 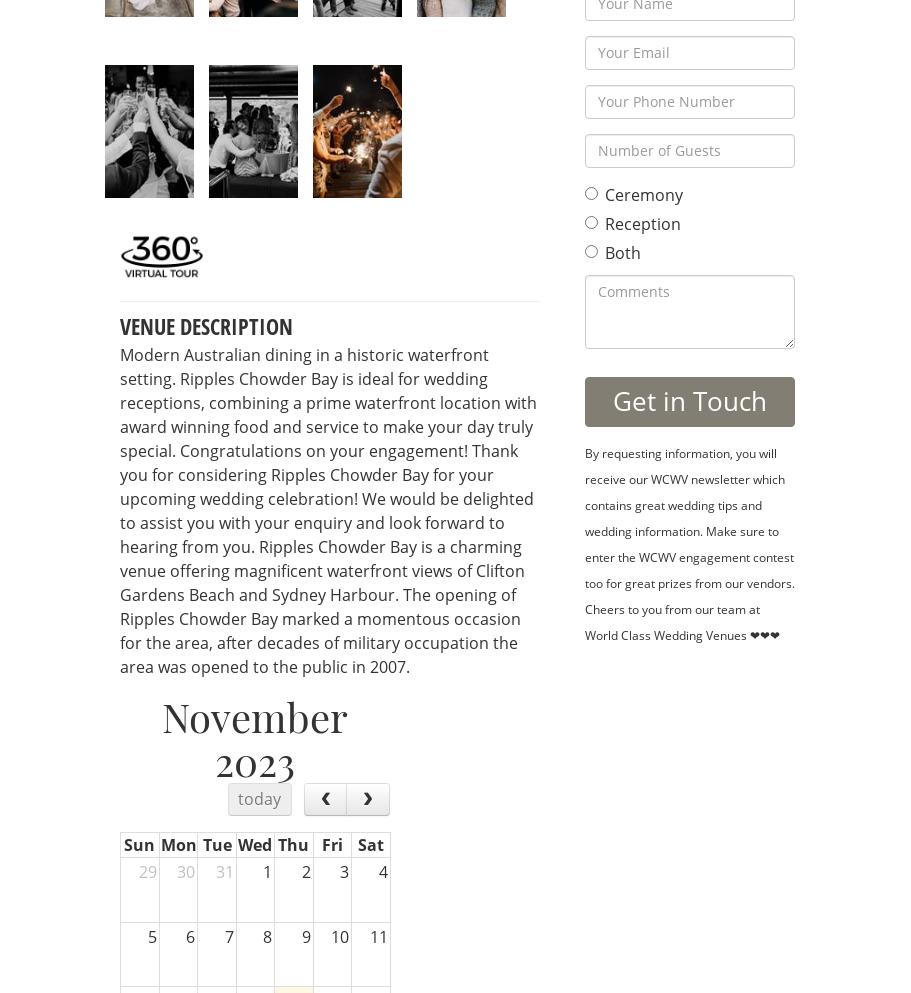 What do you see at coordinates (266, 870) in the screenshot?
I see `'1'` at bounding box center [266, 870].